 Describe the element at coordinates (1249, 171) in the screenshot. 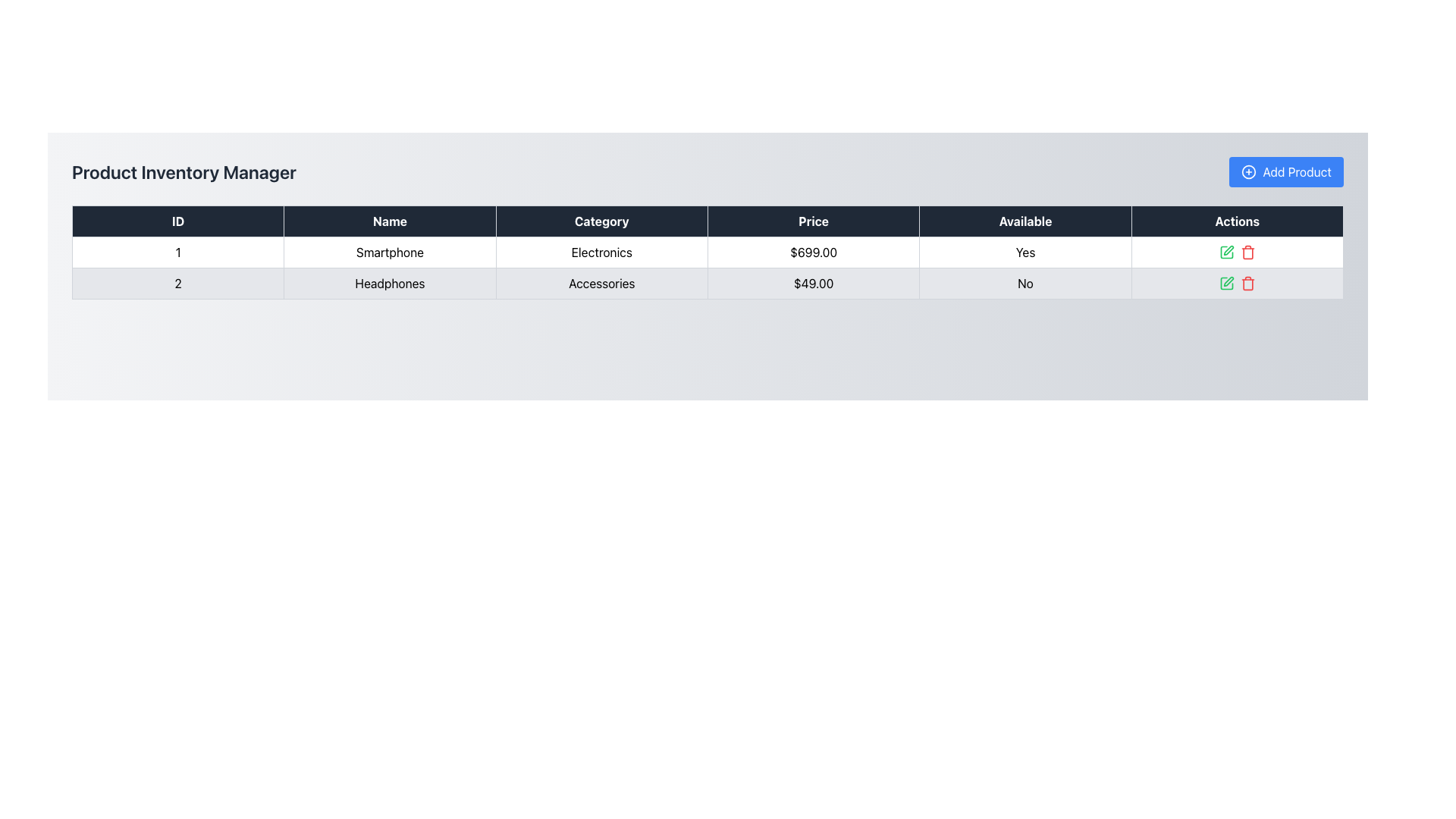

I see `the SVG icon that represents the 'Add Product' action, located` at that location.